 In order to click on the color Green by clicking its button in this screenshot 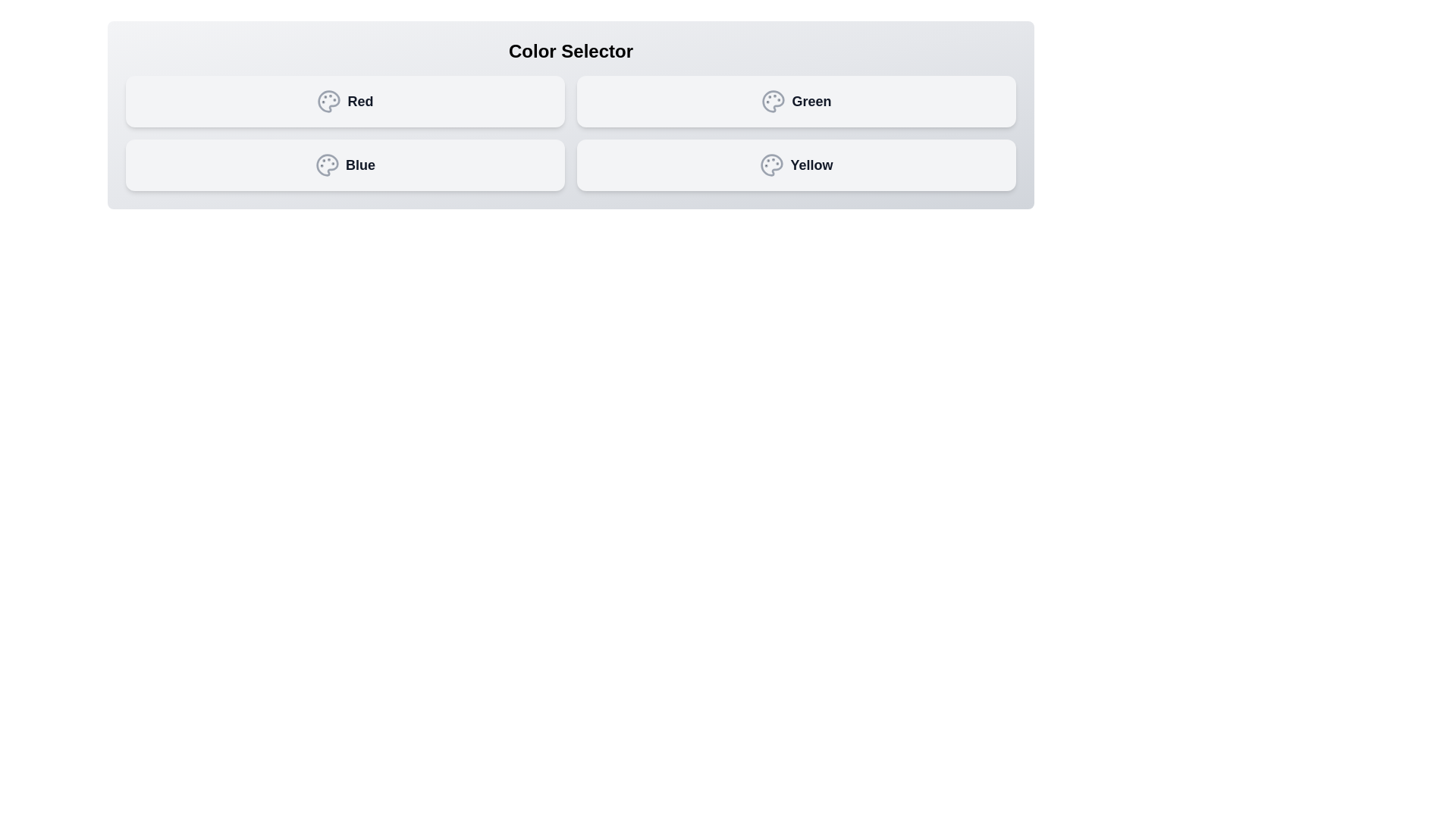, I will do `click(795, 102)`.